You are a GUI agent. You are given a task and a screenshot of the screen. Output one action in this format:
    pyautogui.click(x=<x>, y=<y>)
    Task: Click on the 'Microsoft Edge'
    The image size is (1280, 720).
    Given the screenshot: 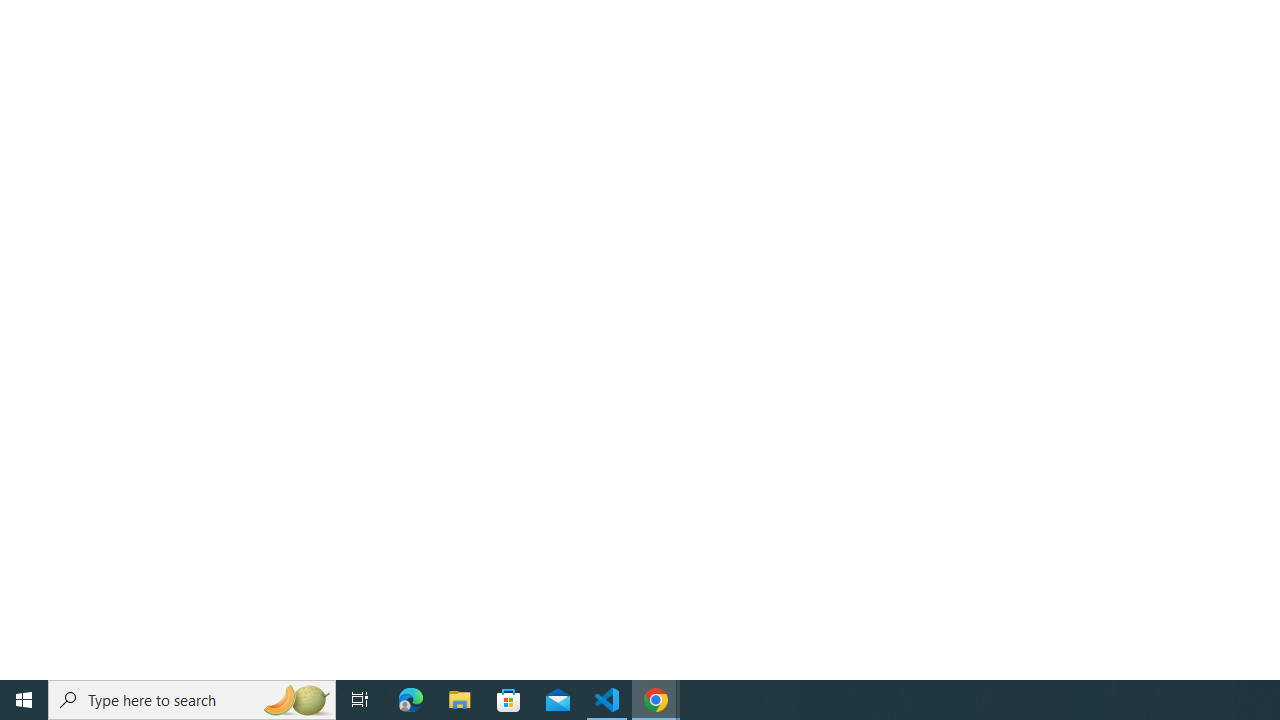 What is the action you would take?
    pyautogui.click(x=410, y=698)
    